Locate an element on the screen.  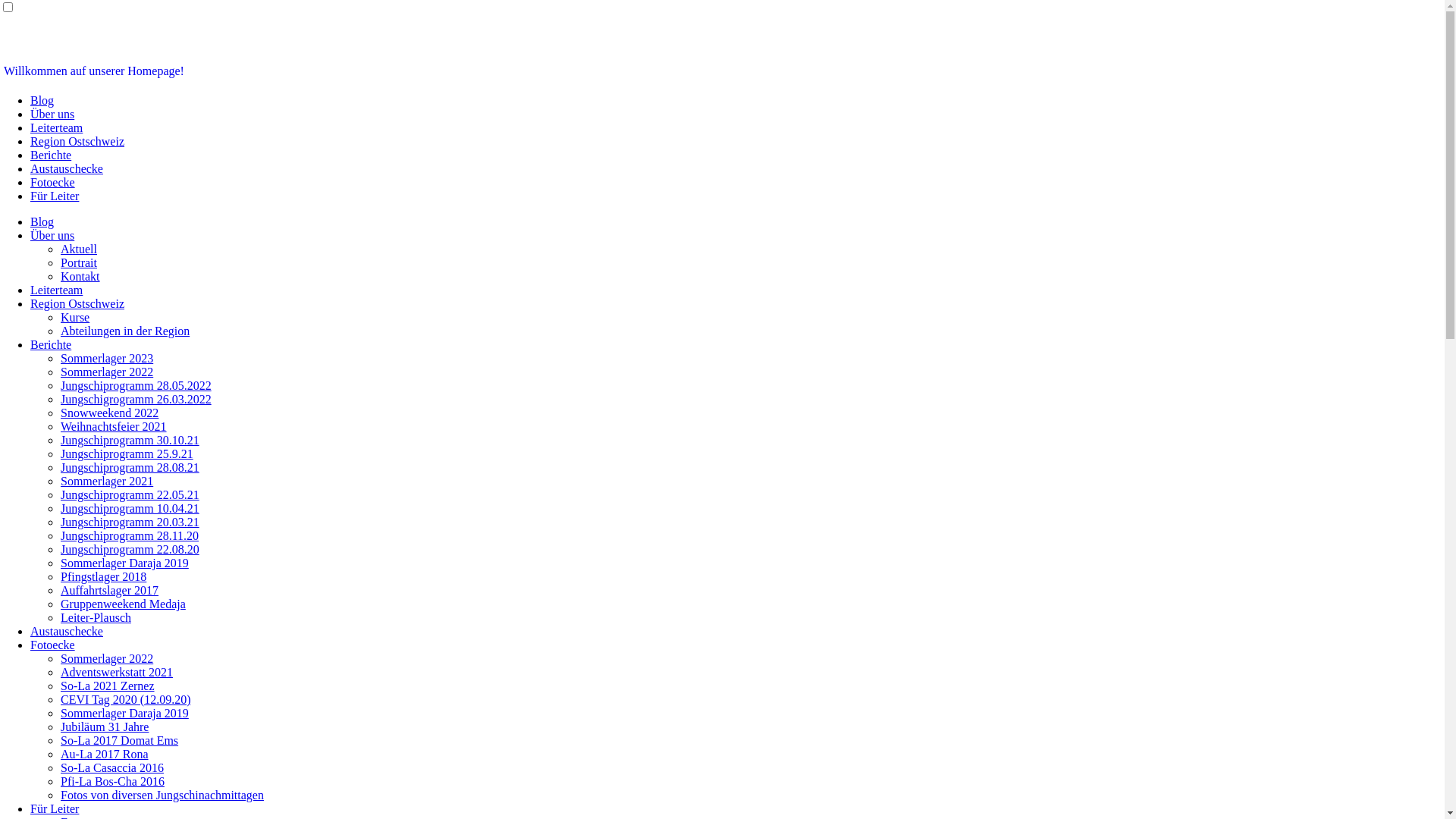
'Willkommen auf unserer Homepage!' is located at coordinates (3, 71).